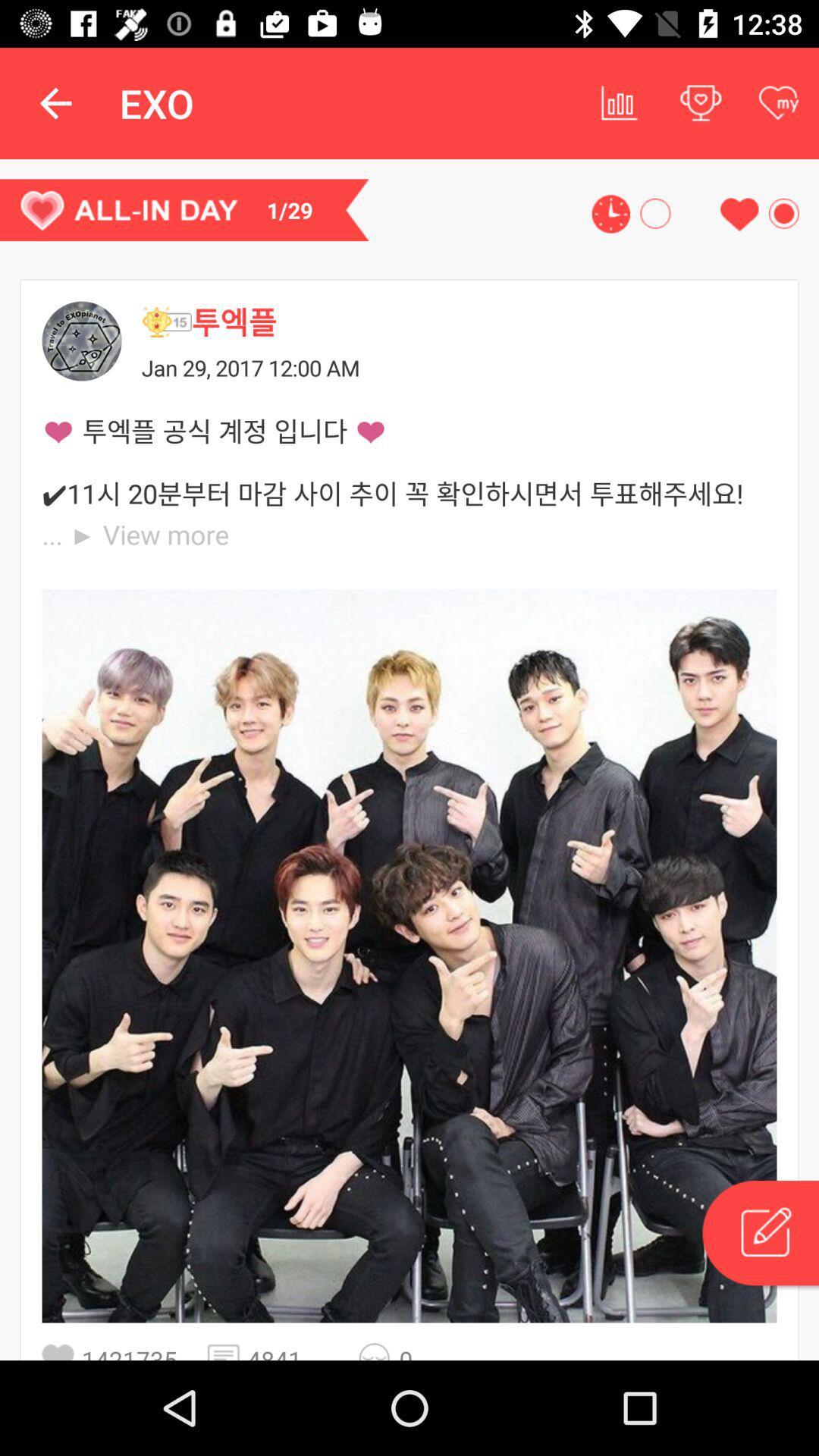  I want to click on post, so click(759, 1235).